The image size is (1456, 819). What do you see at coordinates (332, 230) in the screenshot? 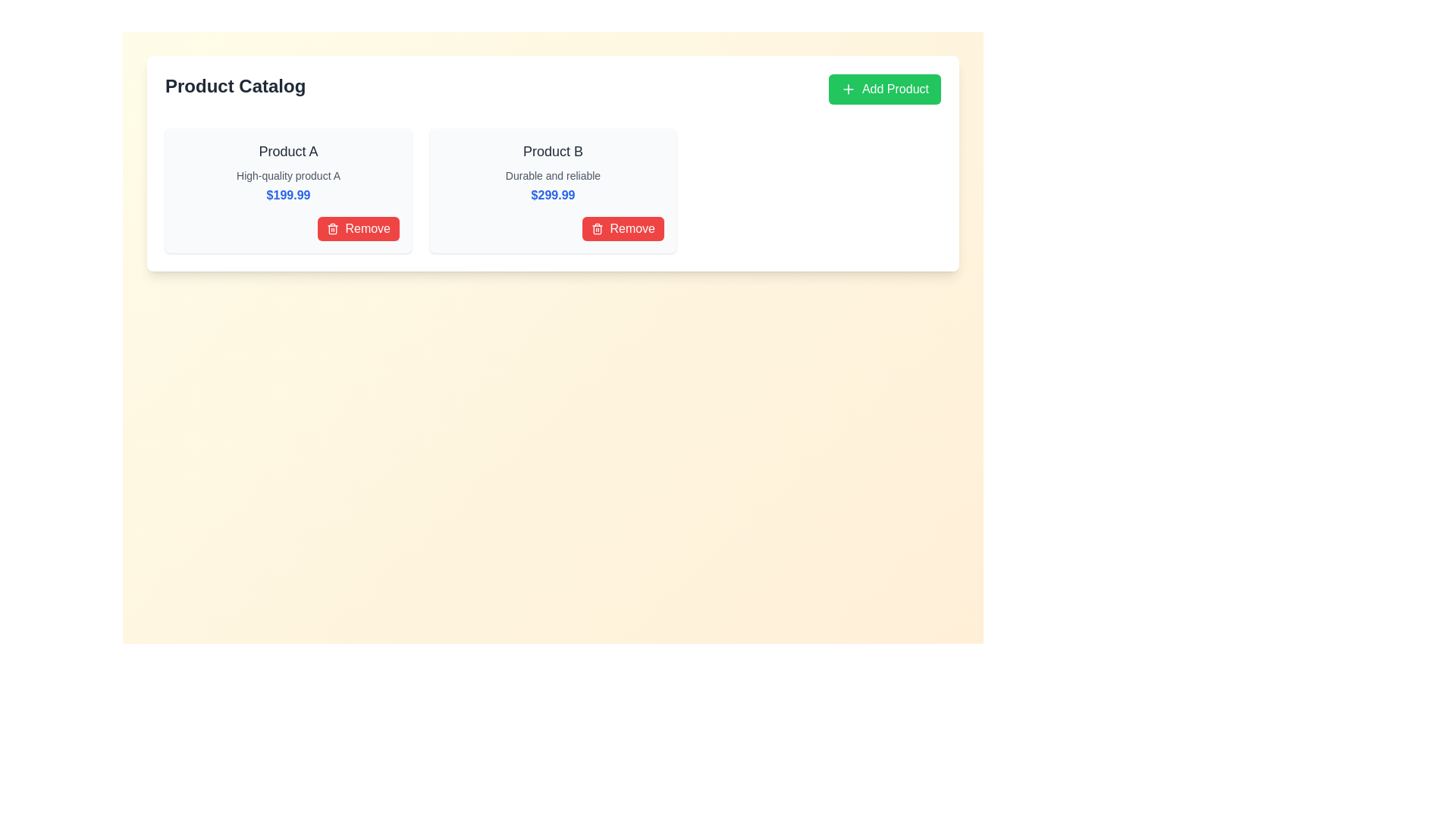
I see `the trash icon located within the 'Remove' button below the 'Product B' card, which visually represents a delete action` at bounding box center [332, 230].